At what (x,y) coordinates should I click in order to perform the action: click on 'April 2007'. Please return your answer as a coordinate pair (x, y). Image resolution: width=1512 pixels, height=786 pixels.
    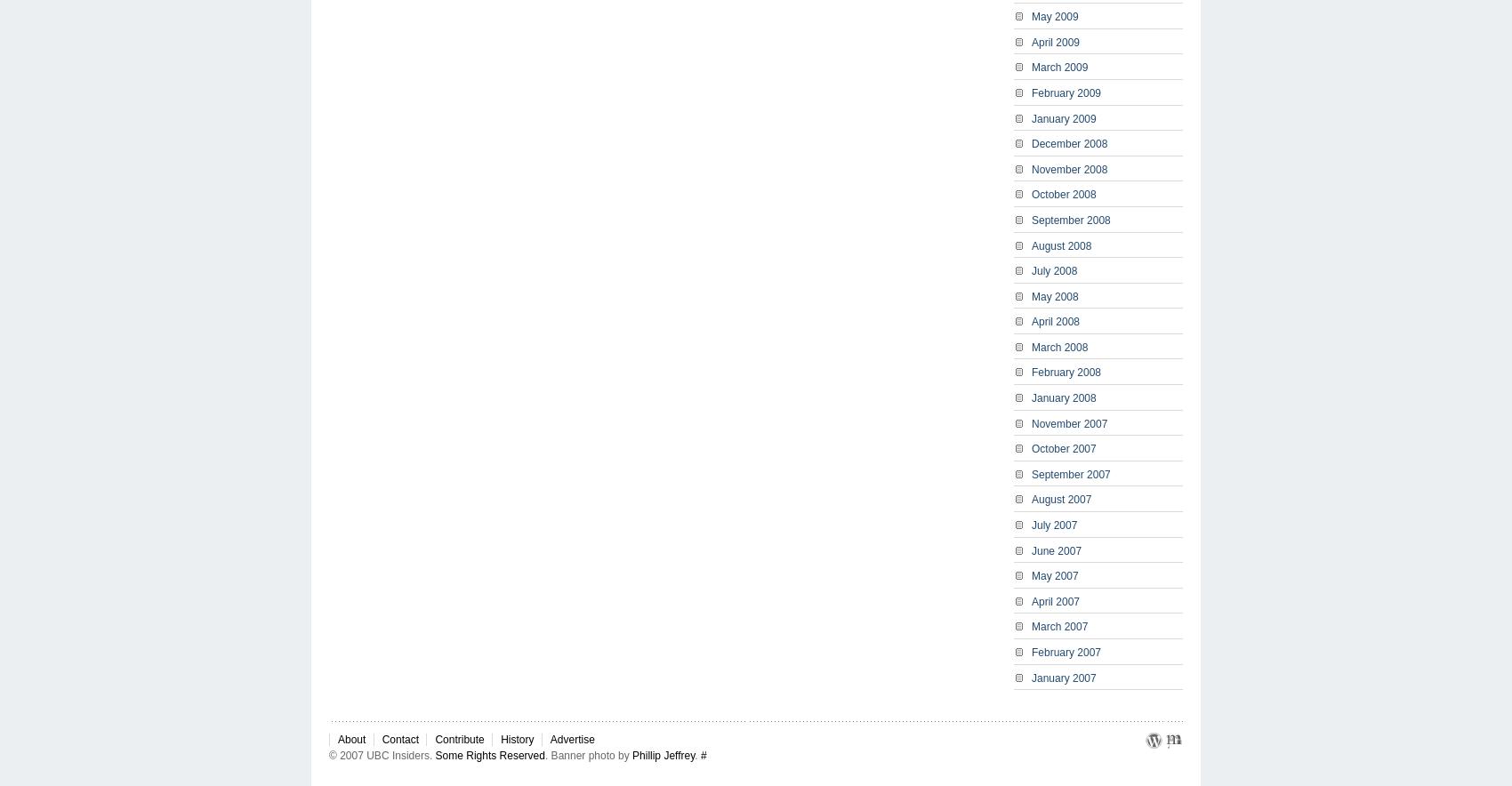
    Looking at the image, I should click on (1054, 600).